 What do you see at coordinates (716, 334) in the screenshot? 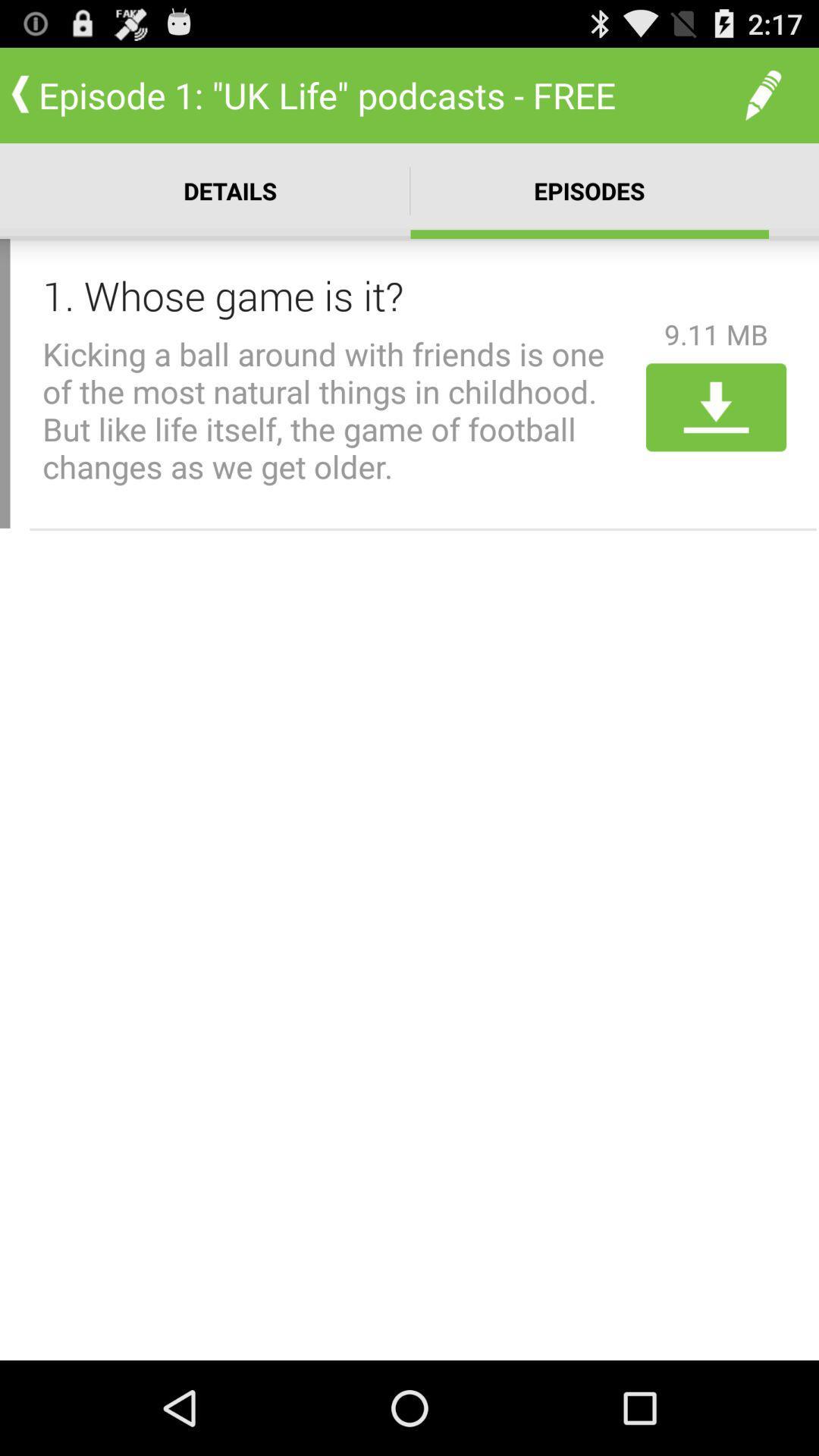
I see `the icon next to the 1 whose game app` at bounding box center [716, 334].